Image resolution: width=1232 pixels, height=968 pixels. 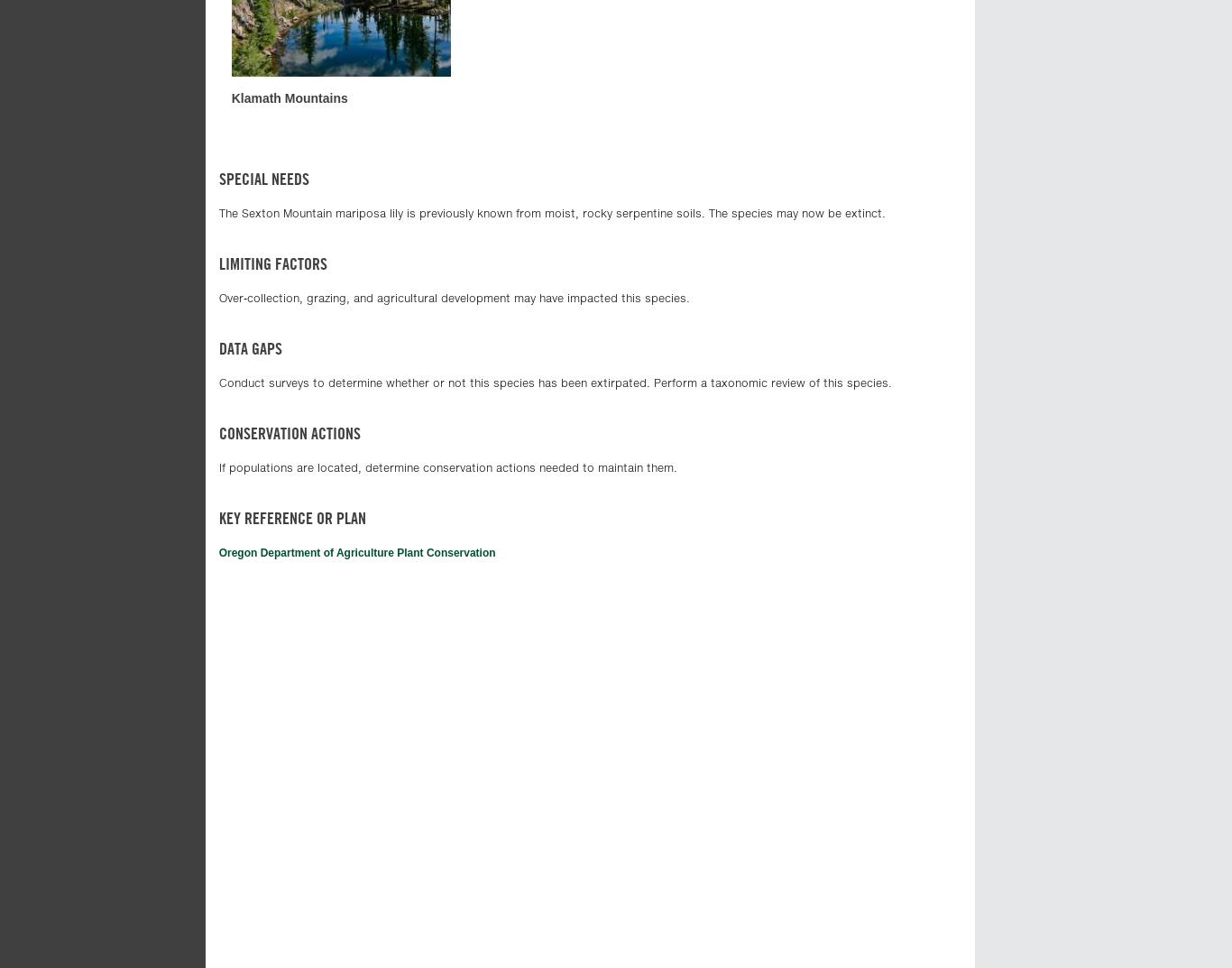 I want to click on 'Conduct surveys to determine whether or not this species has been extirpated. Perform a taxonomic review of this species.', so click(x=218, y=383).